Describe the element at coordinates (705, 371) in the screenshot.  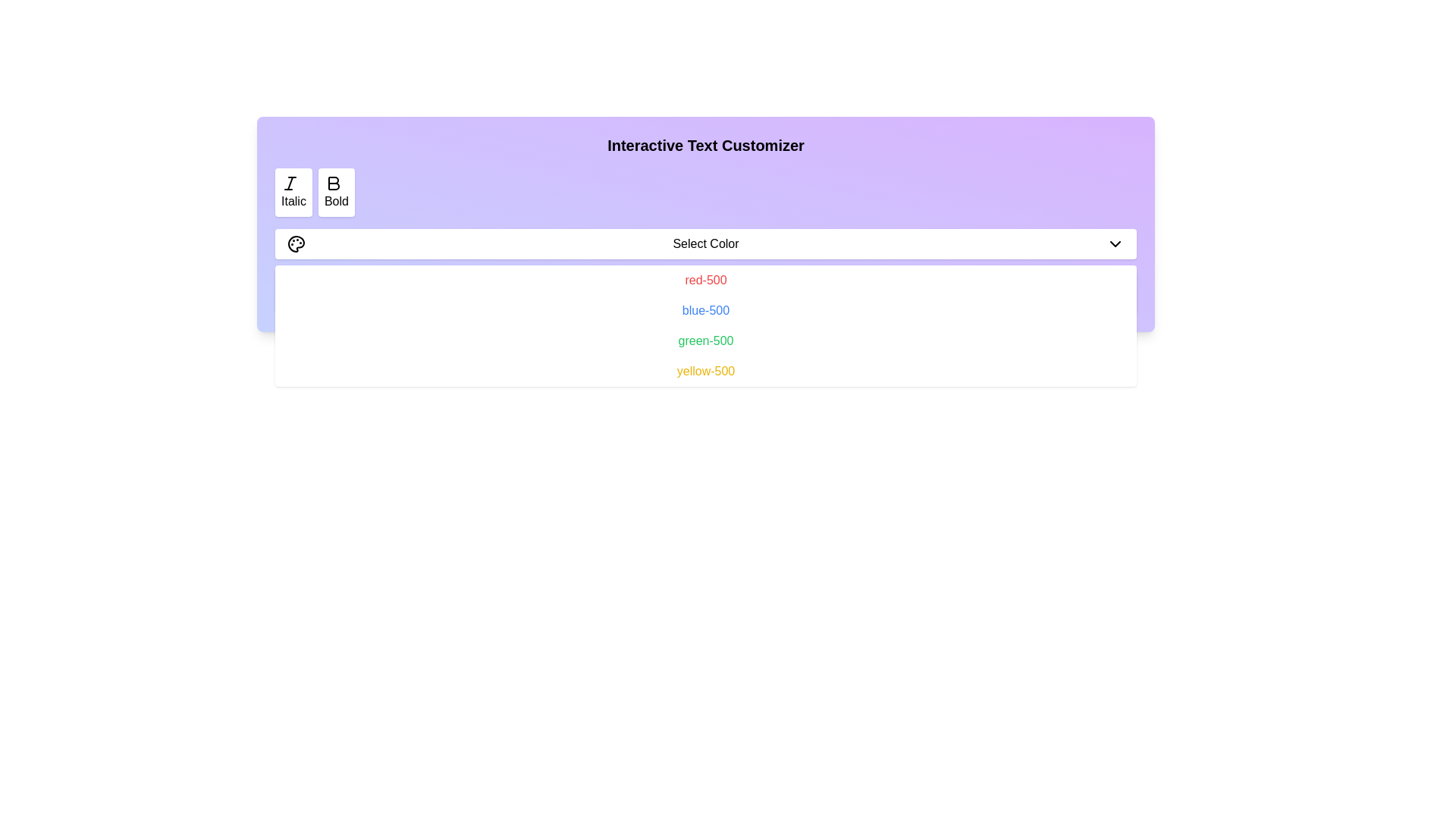
I see `the selectable text option indicating the color yellow-500 within the dropdown menu, which is the fourth entry below red-500, blue-500, and green-500` at that location.